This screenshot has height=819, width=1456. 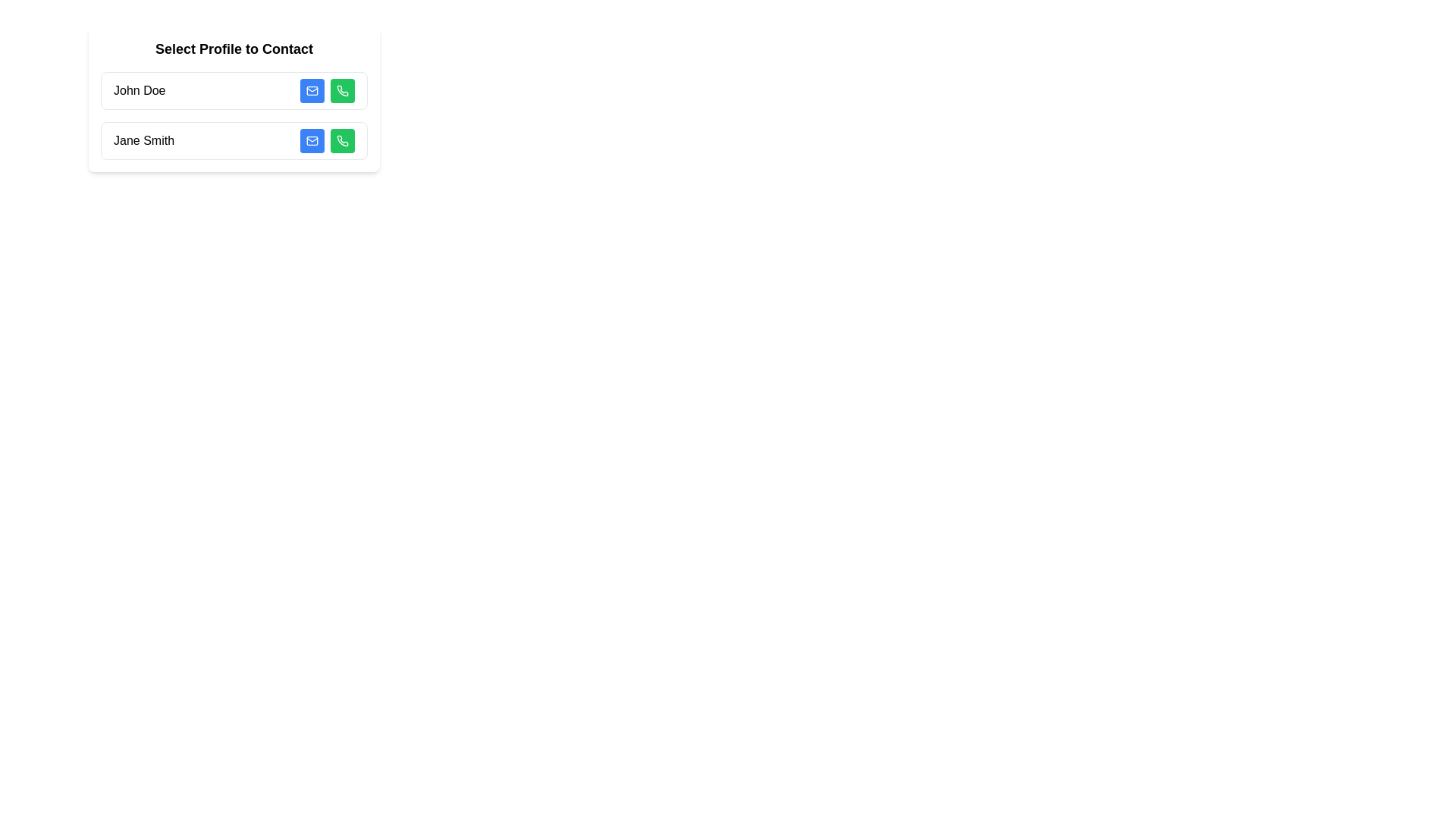 I want to click on to select the profile information for 'Jane Smith' in the second item of the list labeled 'Select Profile to Contact', so click(x=233, y=140).